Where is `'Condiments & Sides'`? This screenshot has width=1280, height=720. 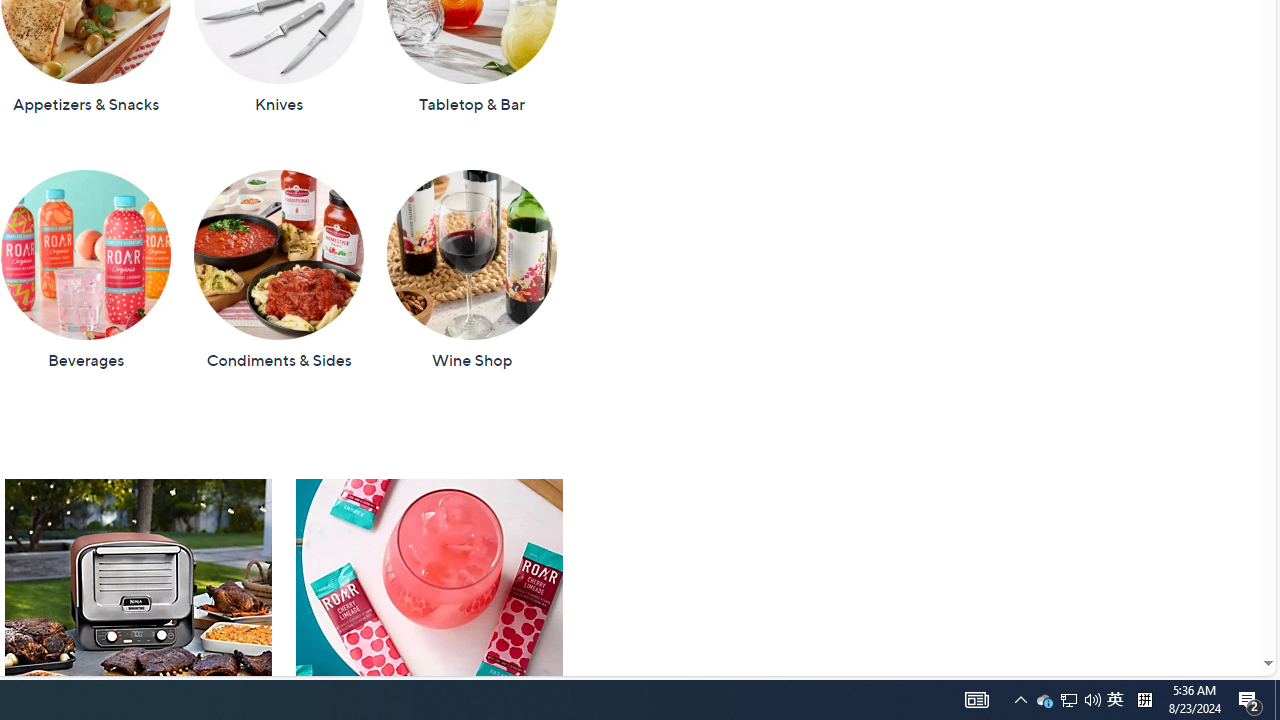 'Condiments & Sides' is located at coordinates (278, 270).